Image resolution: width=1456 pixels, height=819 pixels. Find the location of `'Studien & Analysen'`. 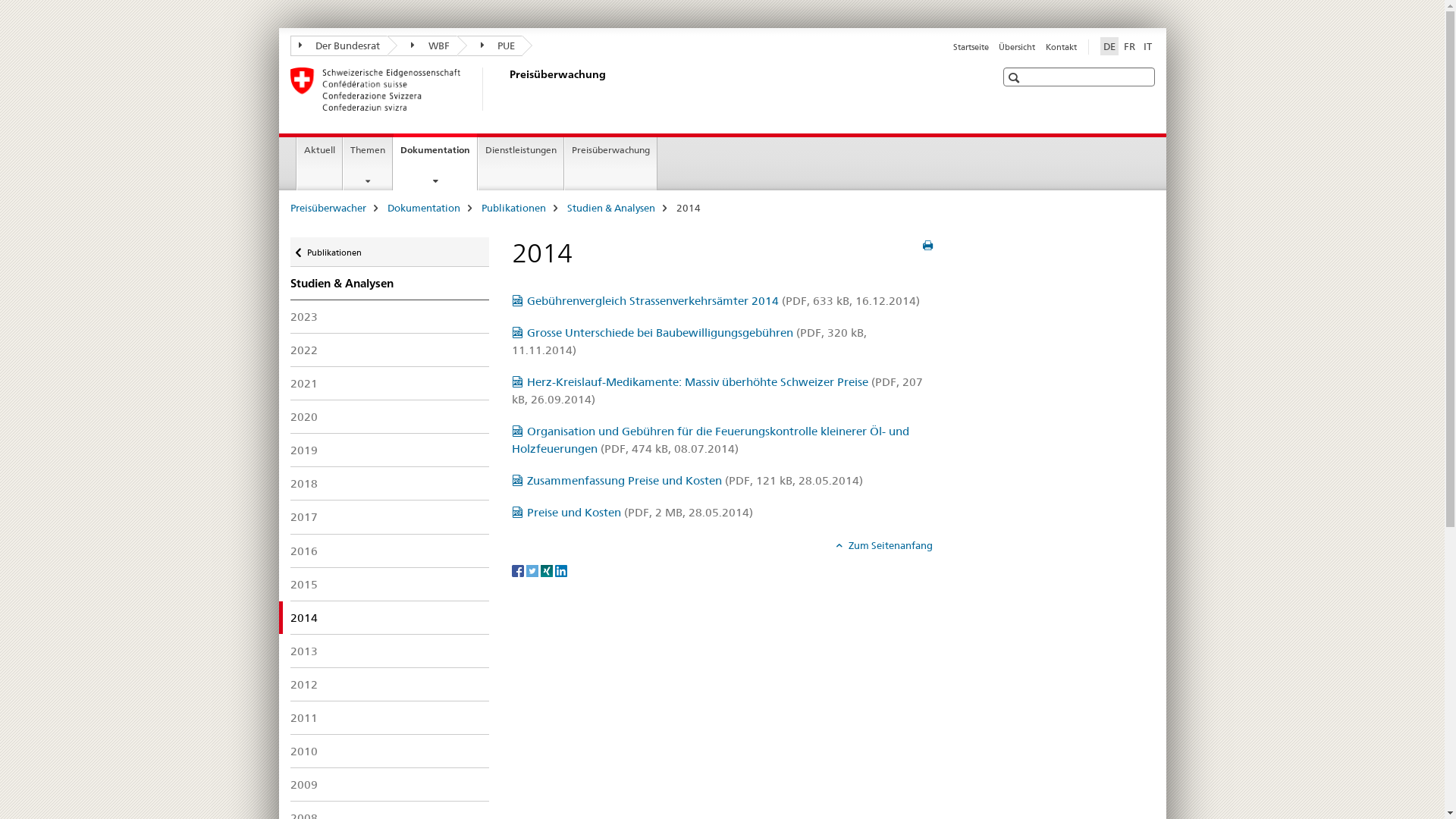

'Studien & Analysen' is located at coordinates (566, 207).